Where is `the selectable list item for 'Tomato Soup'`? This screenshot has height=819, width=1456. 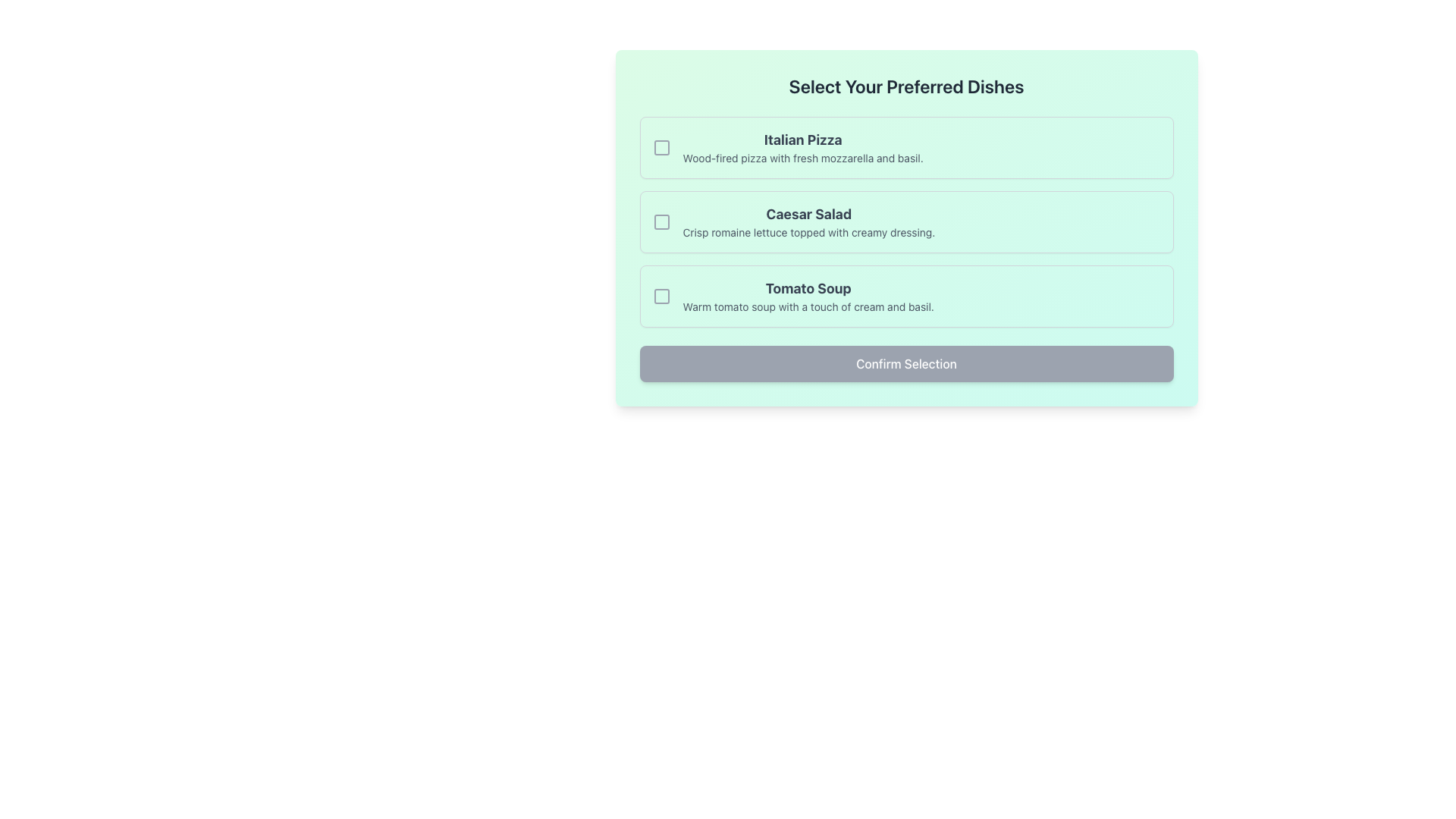 the selectable list item for 'Tomato Soup' is located at coordinates (906, 296).